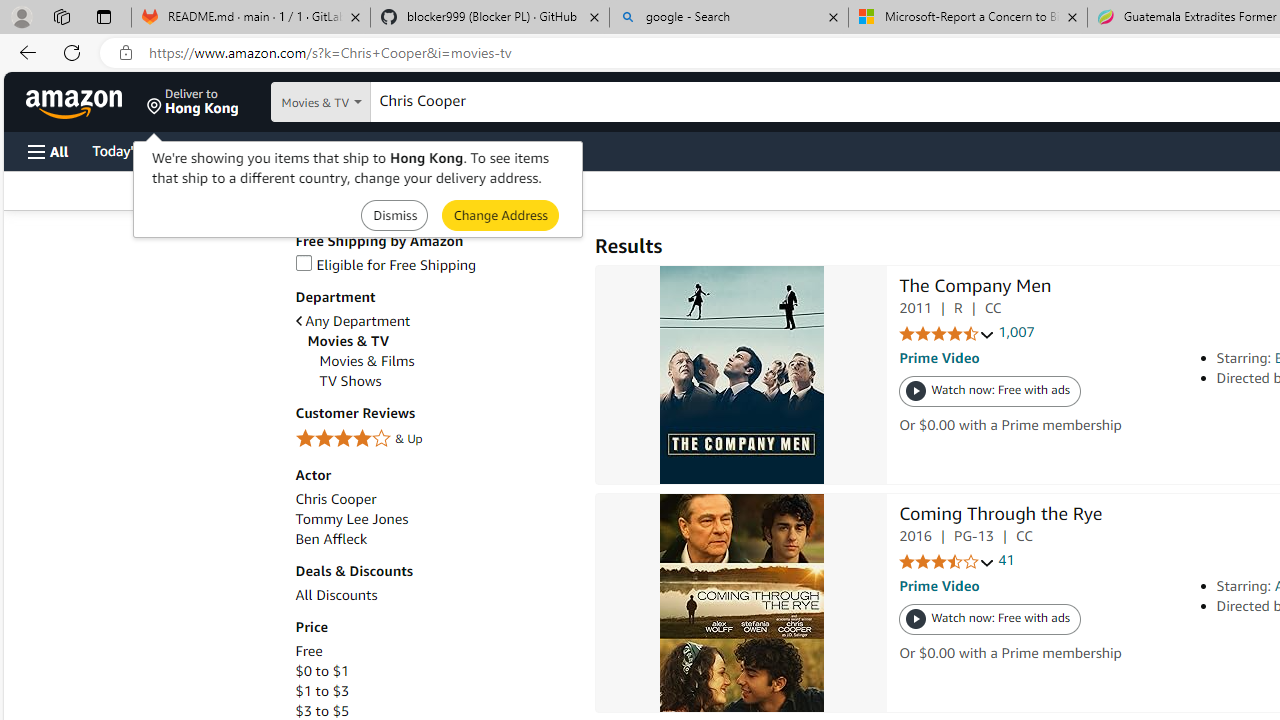 The image size is (1280, 720). I want to click on '3.3 out of 5 stars', so click(946, 562).